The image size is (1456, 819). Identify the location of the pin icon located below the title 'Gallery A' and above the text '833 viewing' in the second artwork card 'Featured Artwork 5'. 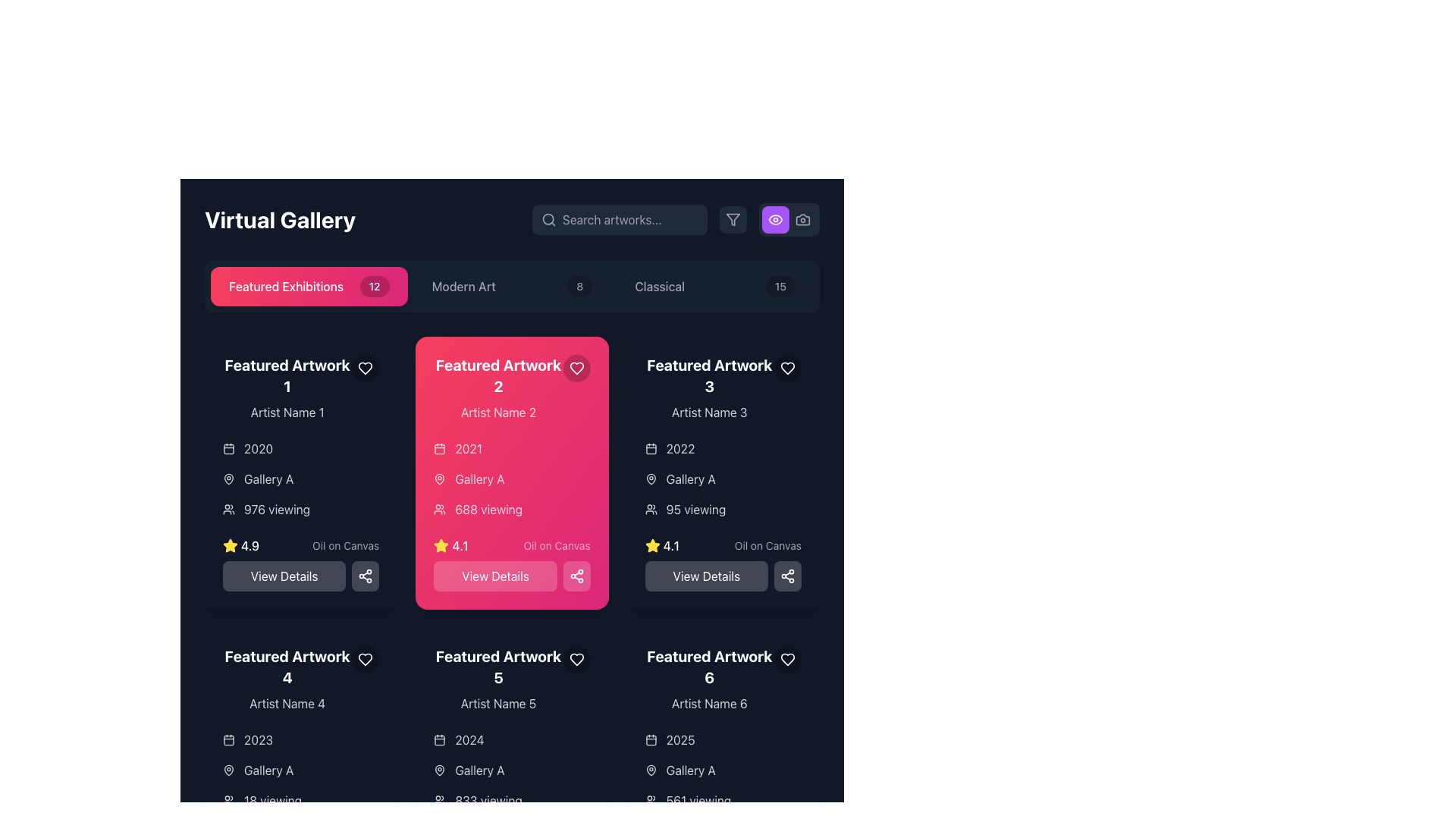
(439, 770).